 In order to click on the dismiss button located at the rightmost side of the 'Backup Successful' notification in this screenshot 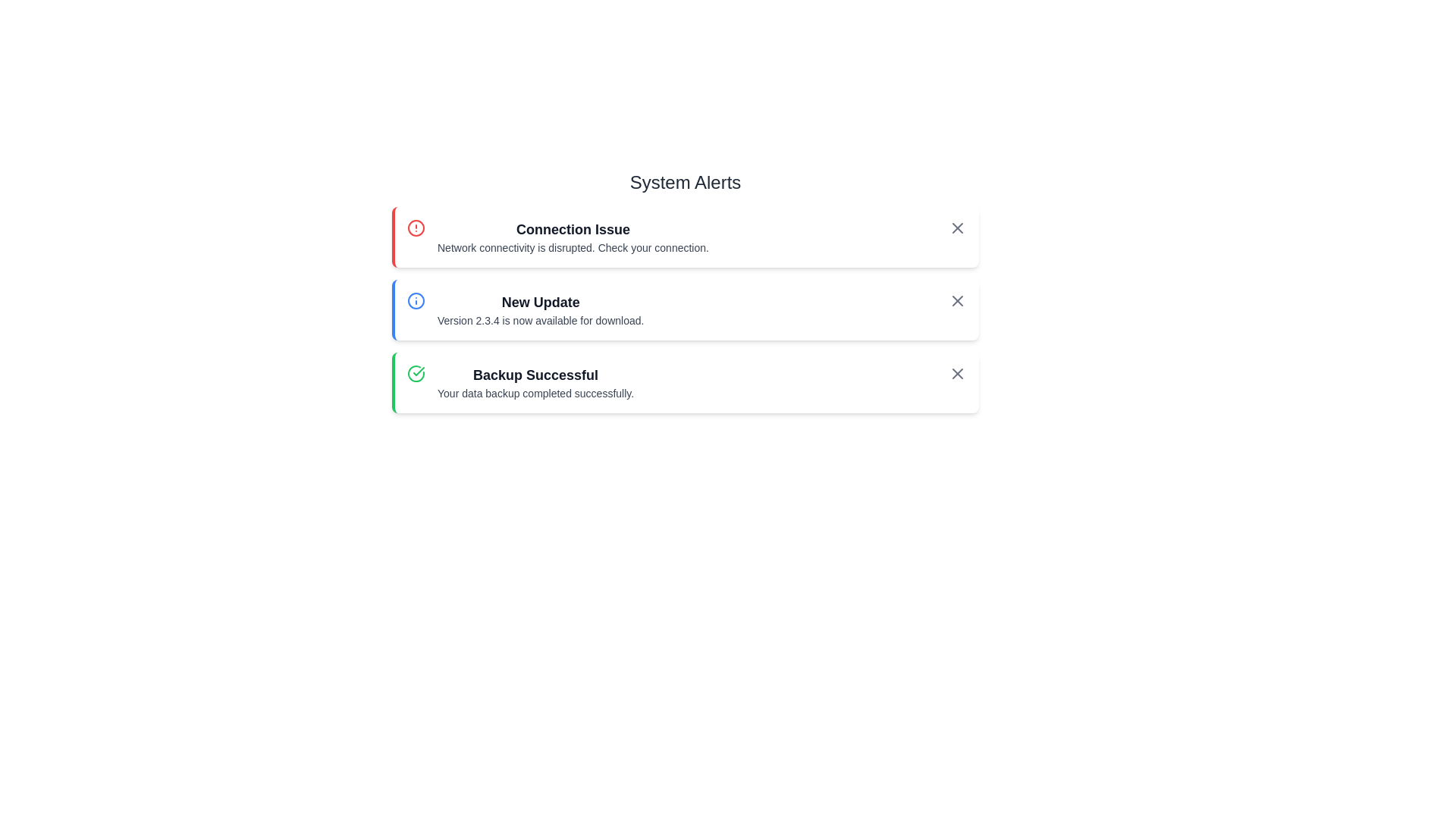, I will do `click(956, 374)`.